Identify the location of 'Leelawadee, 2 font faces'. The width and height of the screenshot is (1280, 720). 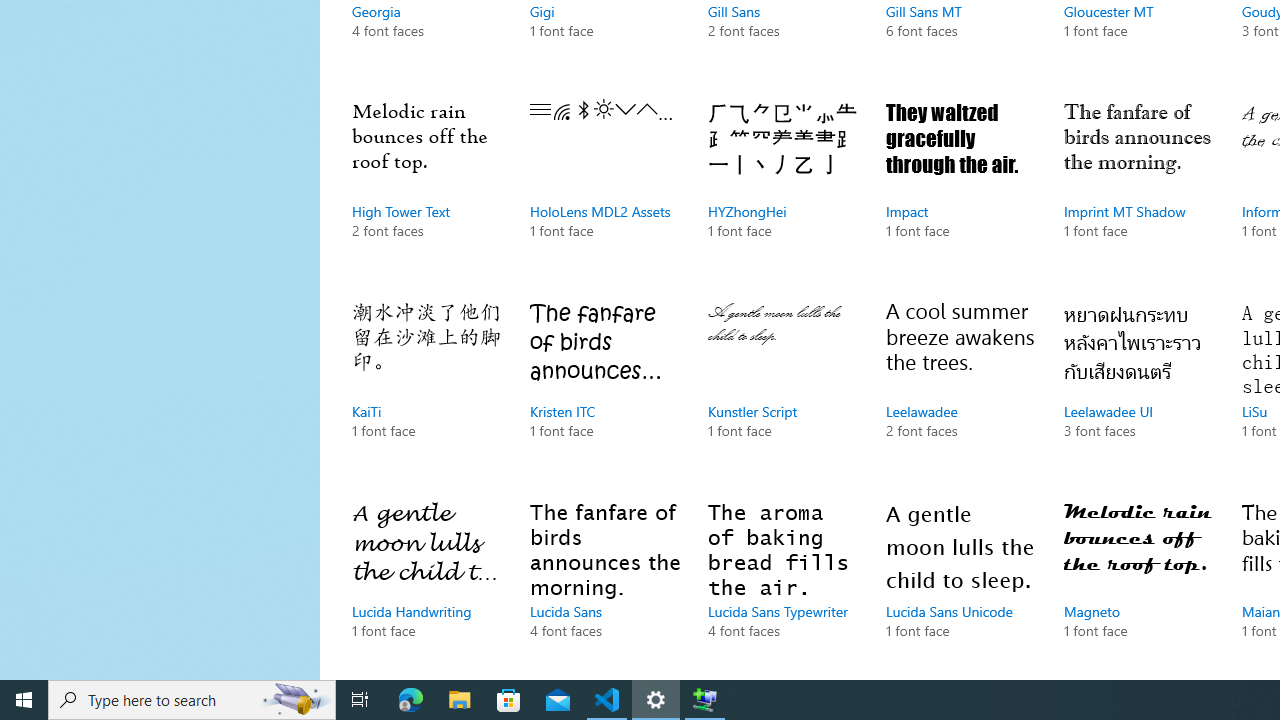
(961, 390).